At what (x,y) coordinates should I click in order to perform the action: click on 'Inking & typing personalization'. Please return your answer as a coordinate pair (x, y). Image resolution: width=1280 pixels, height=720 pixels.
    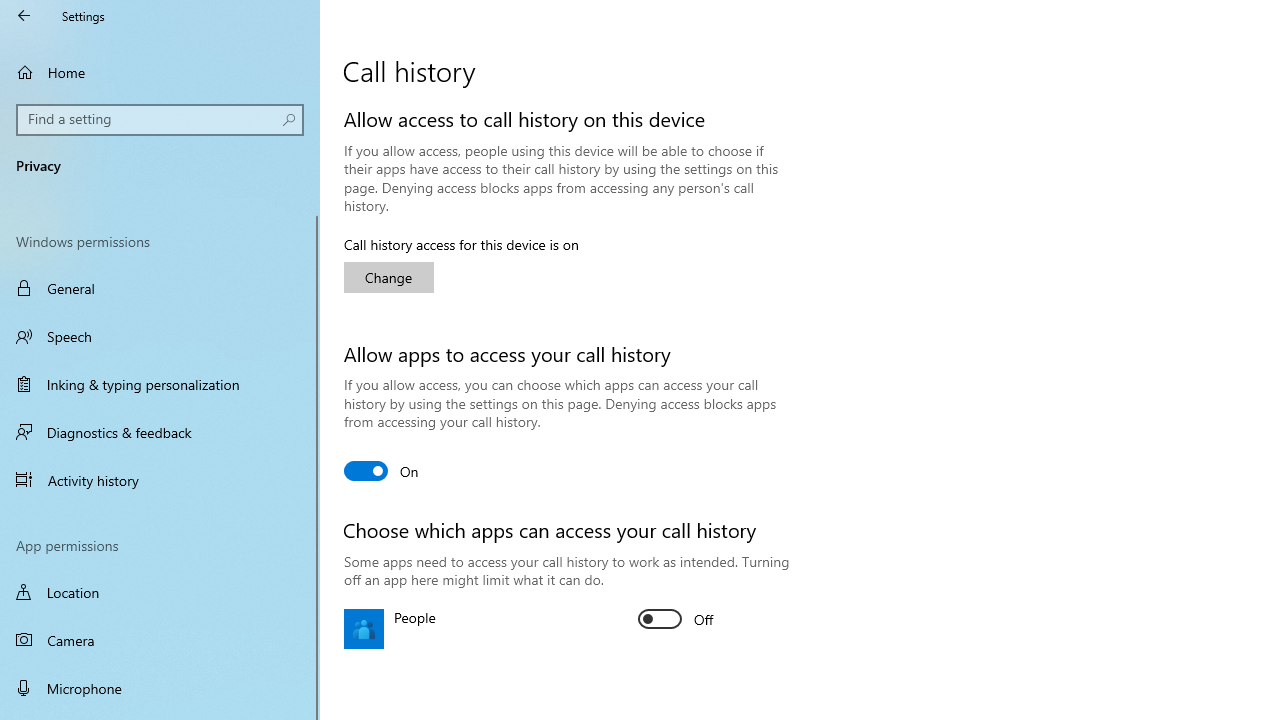
    Looking at the image, I should click on (160, 384).